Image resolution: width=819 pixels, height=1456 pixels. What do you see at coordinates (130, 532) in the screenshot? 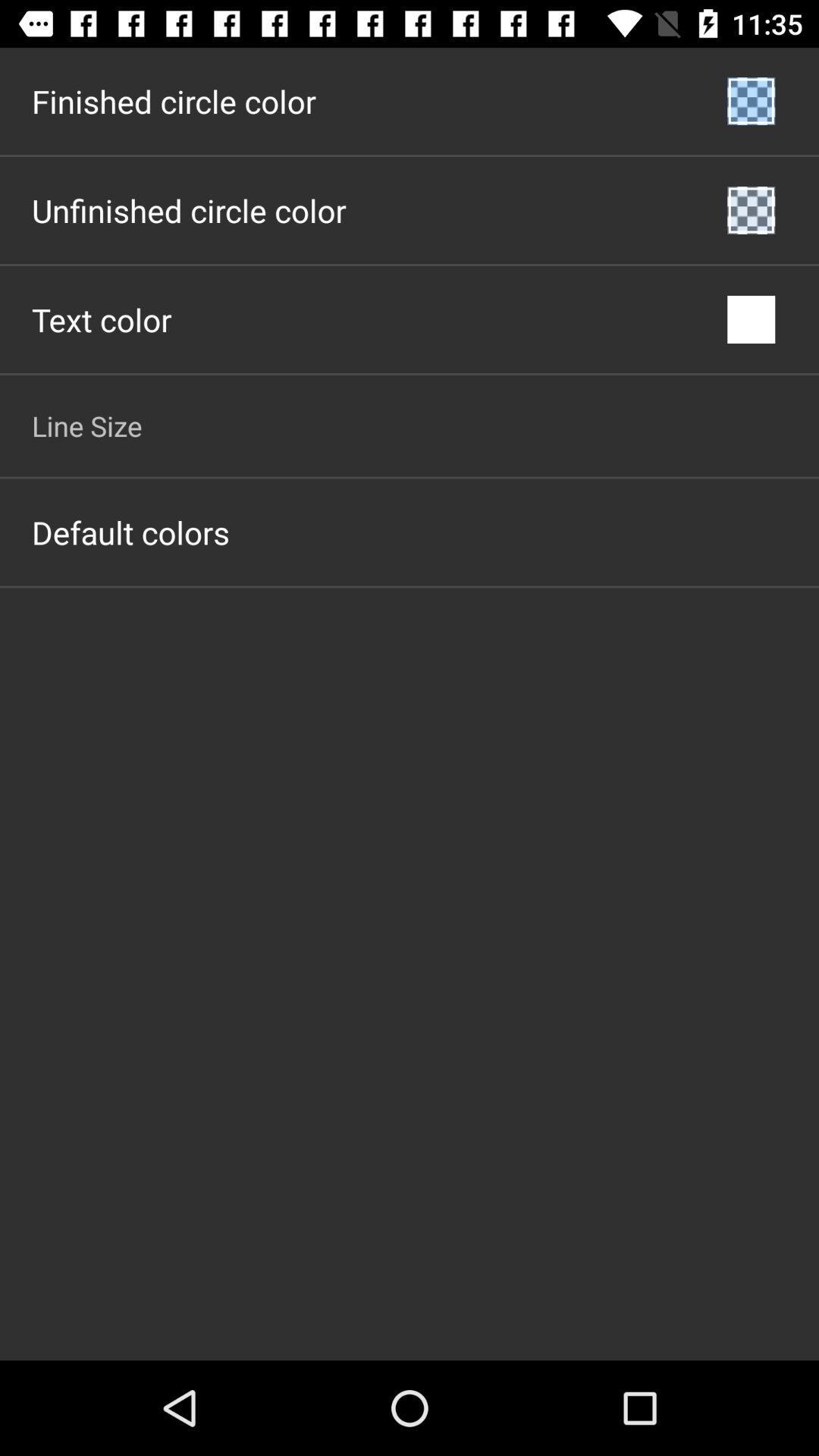
I see `the default colors item` at bounding box center [130, 532].